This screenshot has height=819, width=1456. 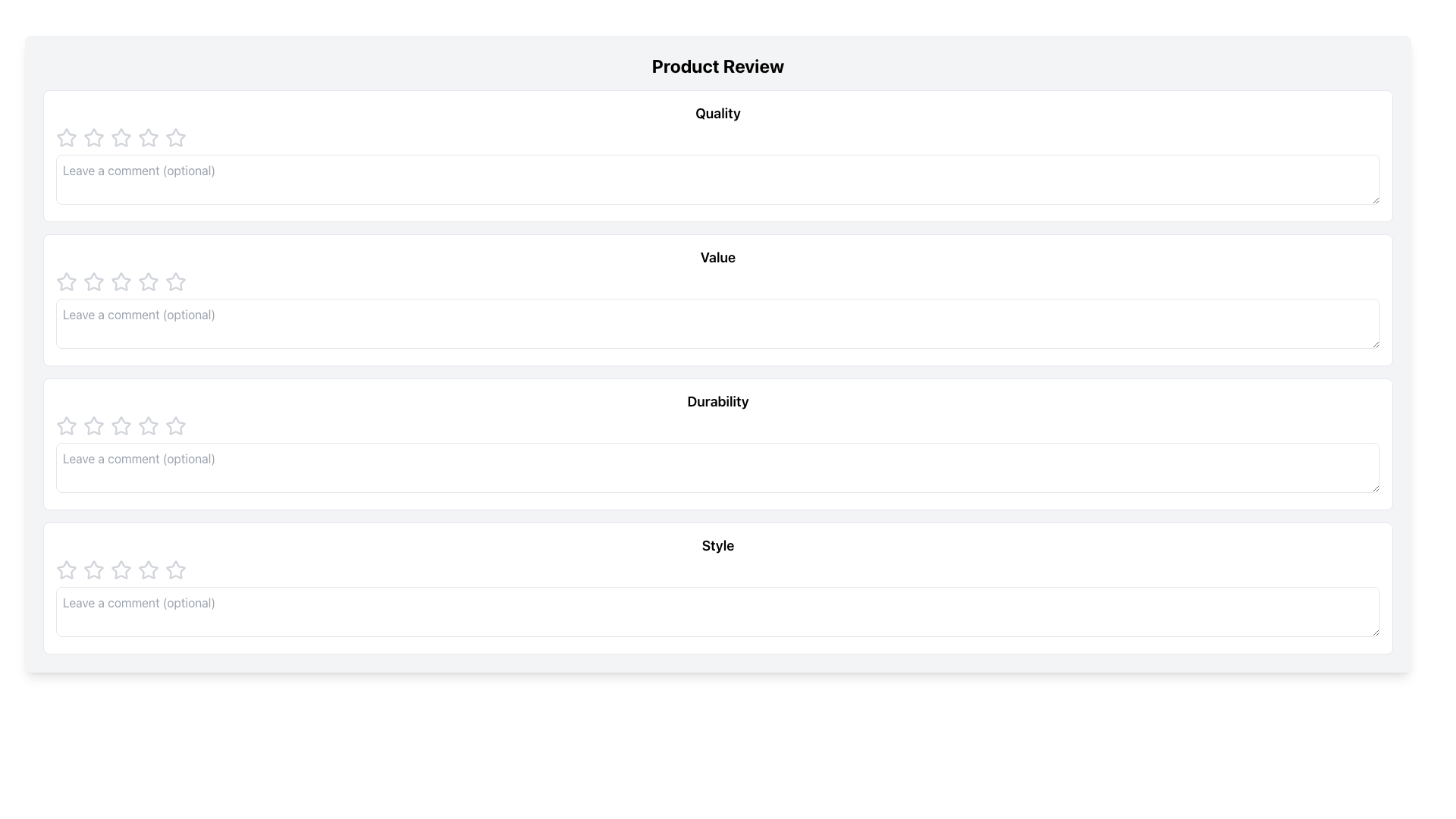 What do you see at coordinates (175, 281) in the screenshot?
I see `on the second star-shaped rating icon in the row of rating stars located in the 'Value' section beneath the 'Product Review' header` at bounding box center [175, 281].